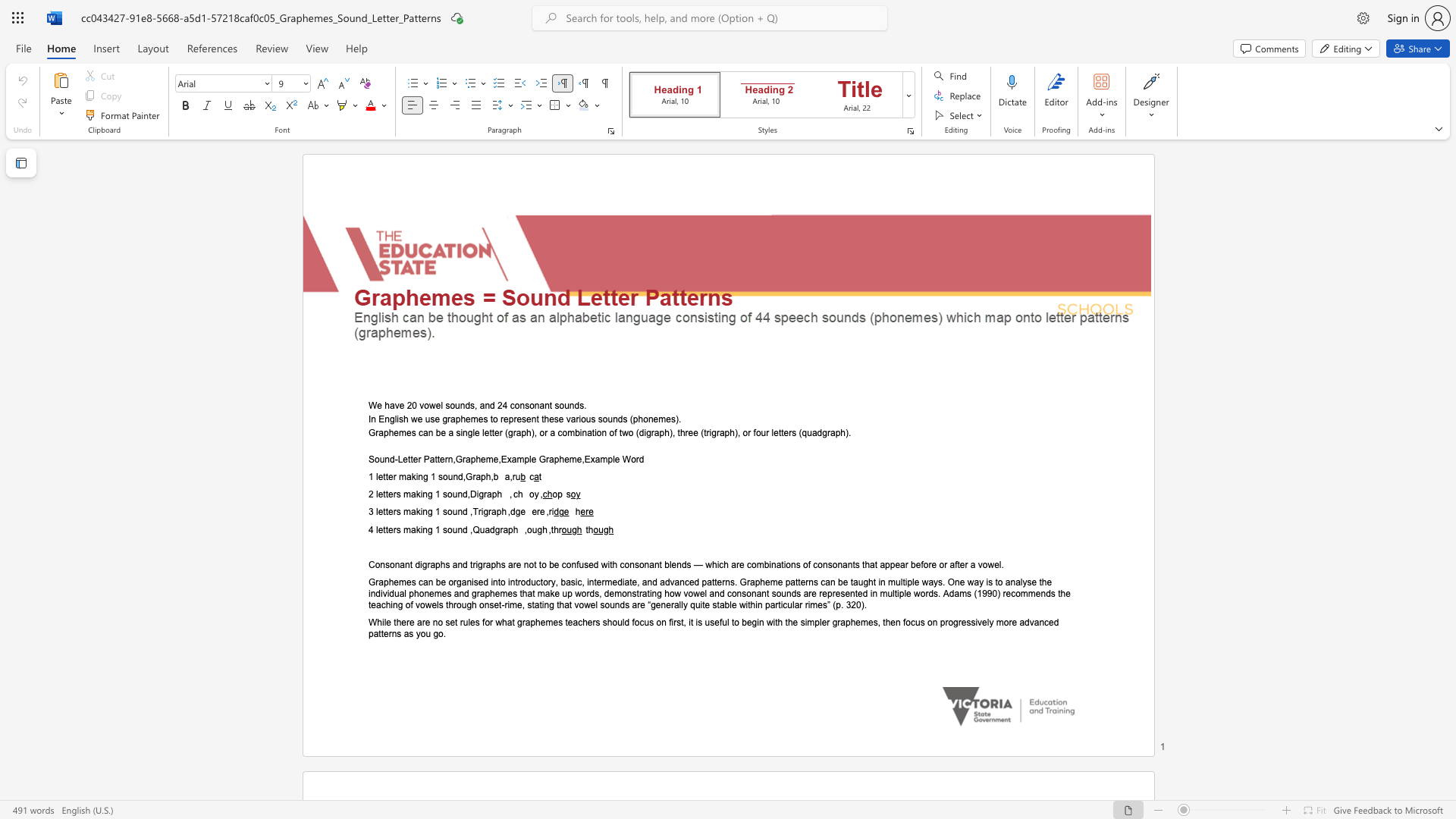  What do you see at coordinates (466, 494) in the screenshot?
I see `the subset text ",Digrap" within the text "2 letters making 1 sound,Digraph      , ch    oy ,"` at bounding box center [466, 494].